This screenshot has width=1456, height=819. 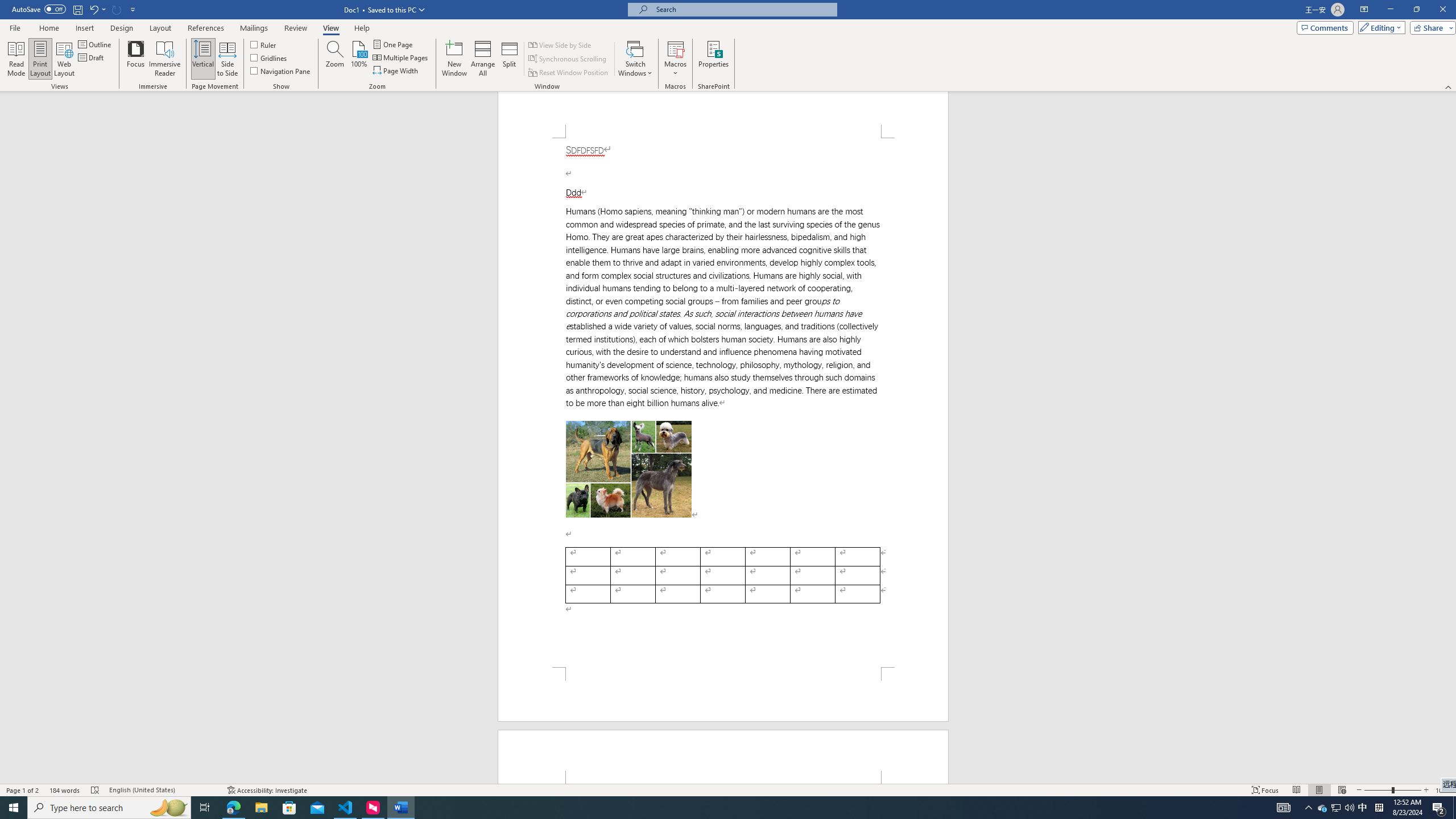 I want to click on 'Arrange All', so click(x=482, y=59).